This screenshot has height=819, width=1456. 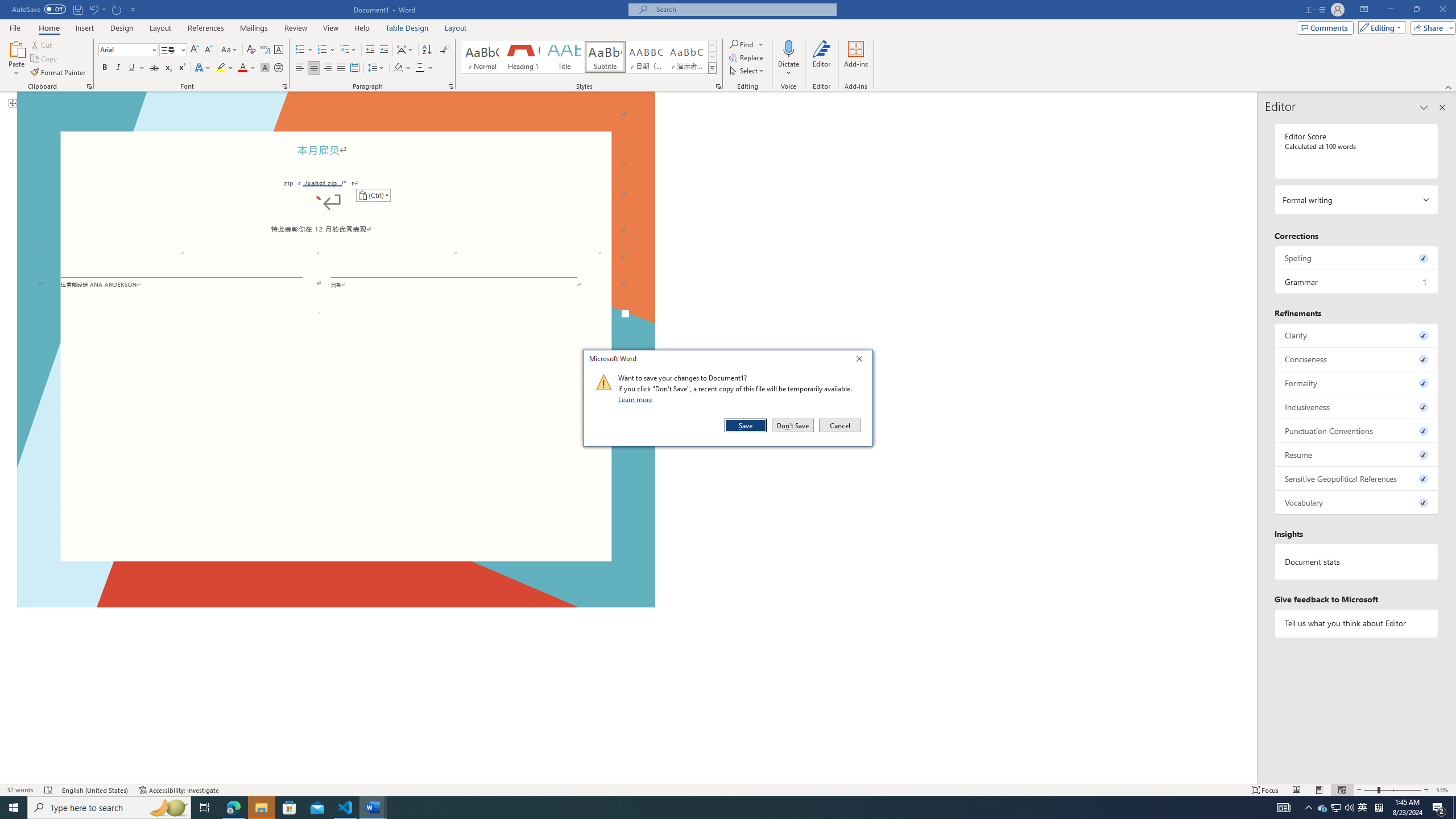 I want to click on 'Styles...', so click(x=717, y=85).